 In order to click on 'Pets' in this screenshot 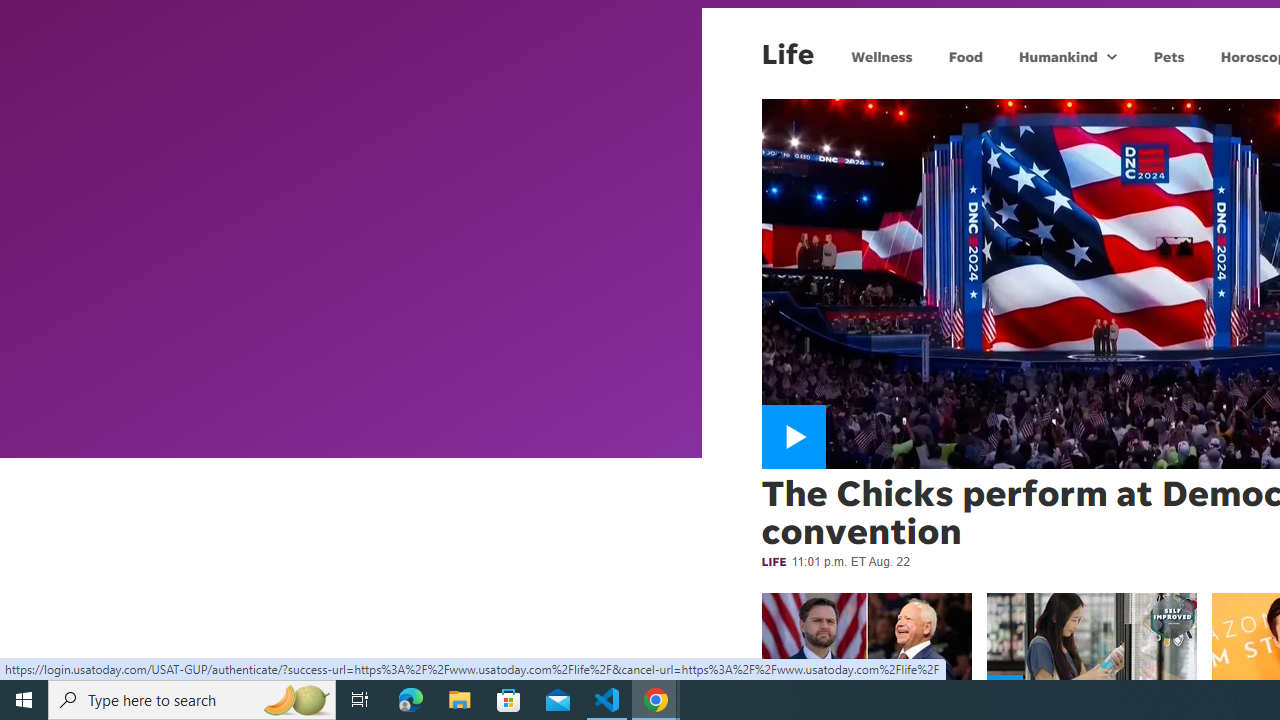, I will do `click(1168, 55)`.